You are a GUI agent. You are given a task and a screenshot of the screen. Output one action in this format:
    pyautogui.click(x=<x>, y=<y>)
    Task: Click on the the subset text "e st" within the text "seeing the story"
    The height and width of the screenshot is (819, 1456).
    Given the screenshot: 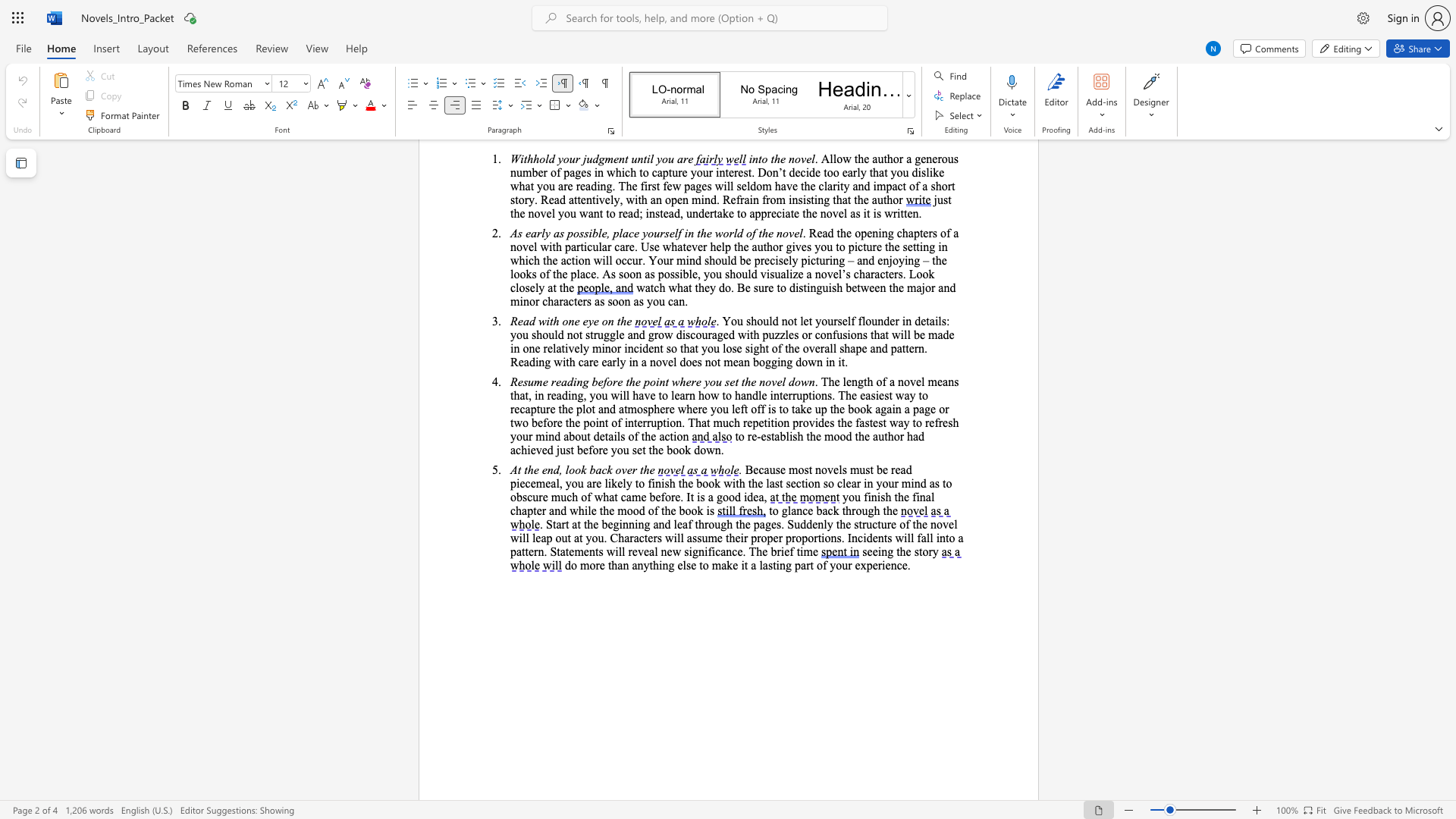 What is the action you would take?
    pyautogui.click(x=905, y=551)
    